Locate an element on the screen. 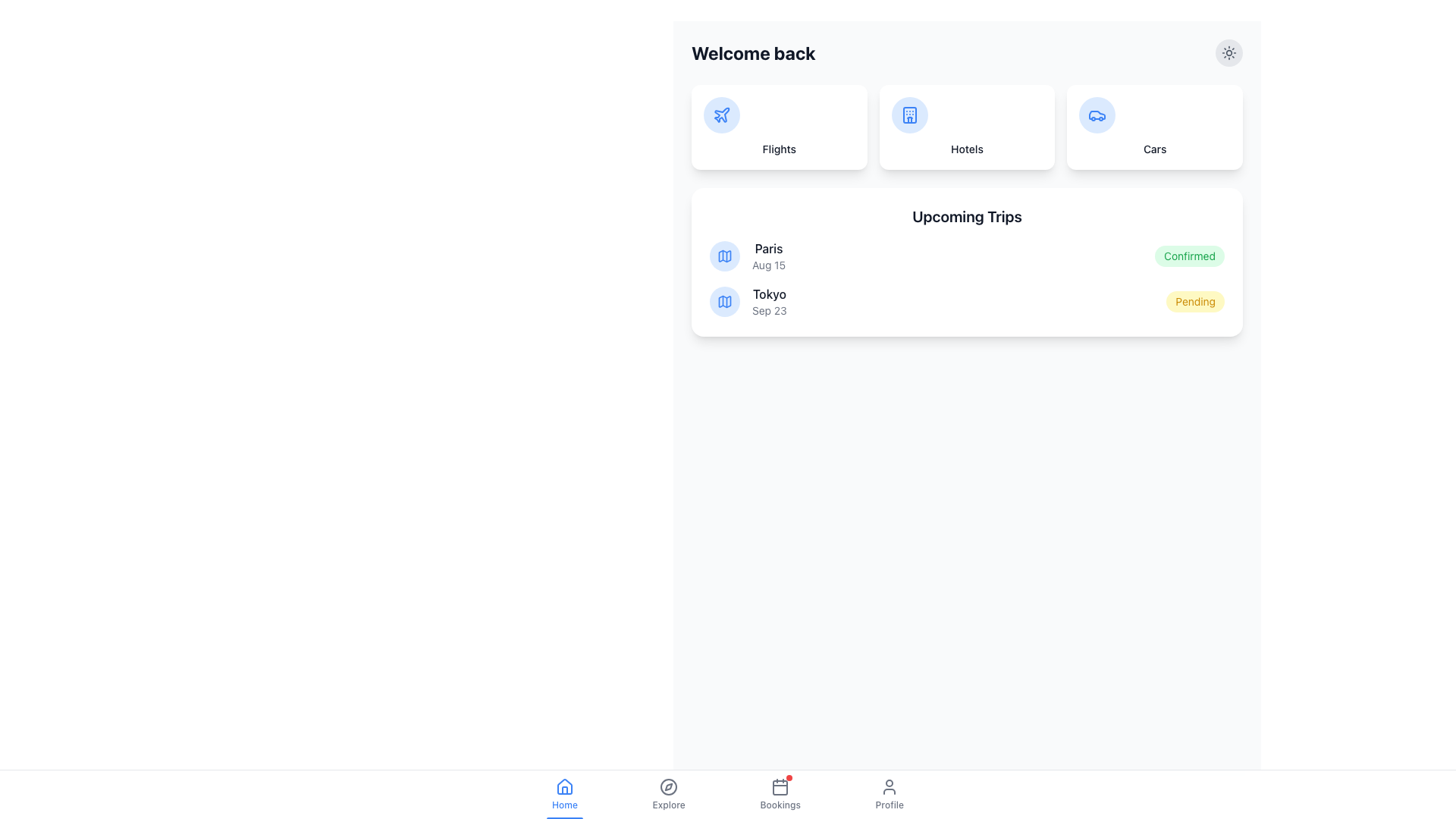 The width and height of the screenshot is (1456, 819). the 'Hotels' category icon, which is centrally located in the second card under the 'Welcome back' heading, positioned between the 'Flights' and 'Cars' cards is located at coordinates (909, 114).